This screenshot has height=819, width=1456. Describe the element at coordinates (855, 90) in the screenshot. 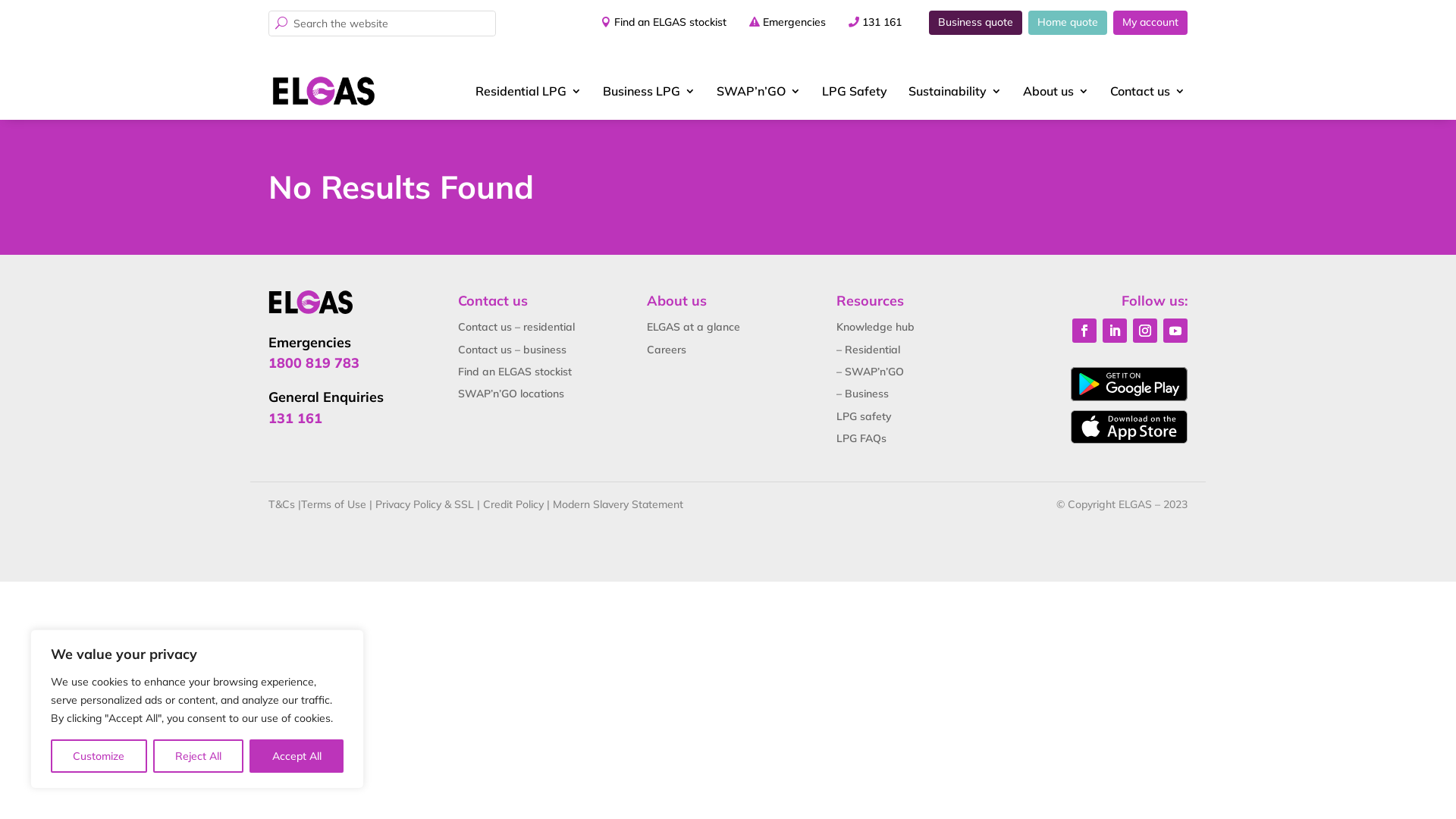

I see `'LPG Safety'` at that location.